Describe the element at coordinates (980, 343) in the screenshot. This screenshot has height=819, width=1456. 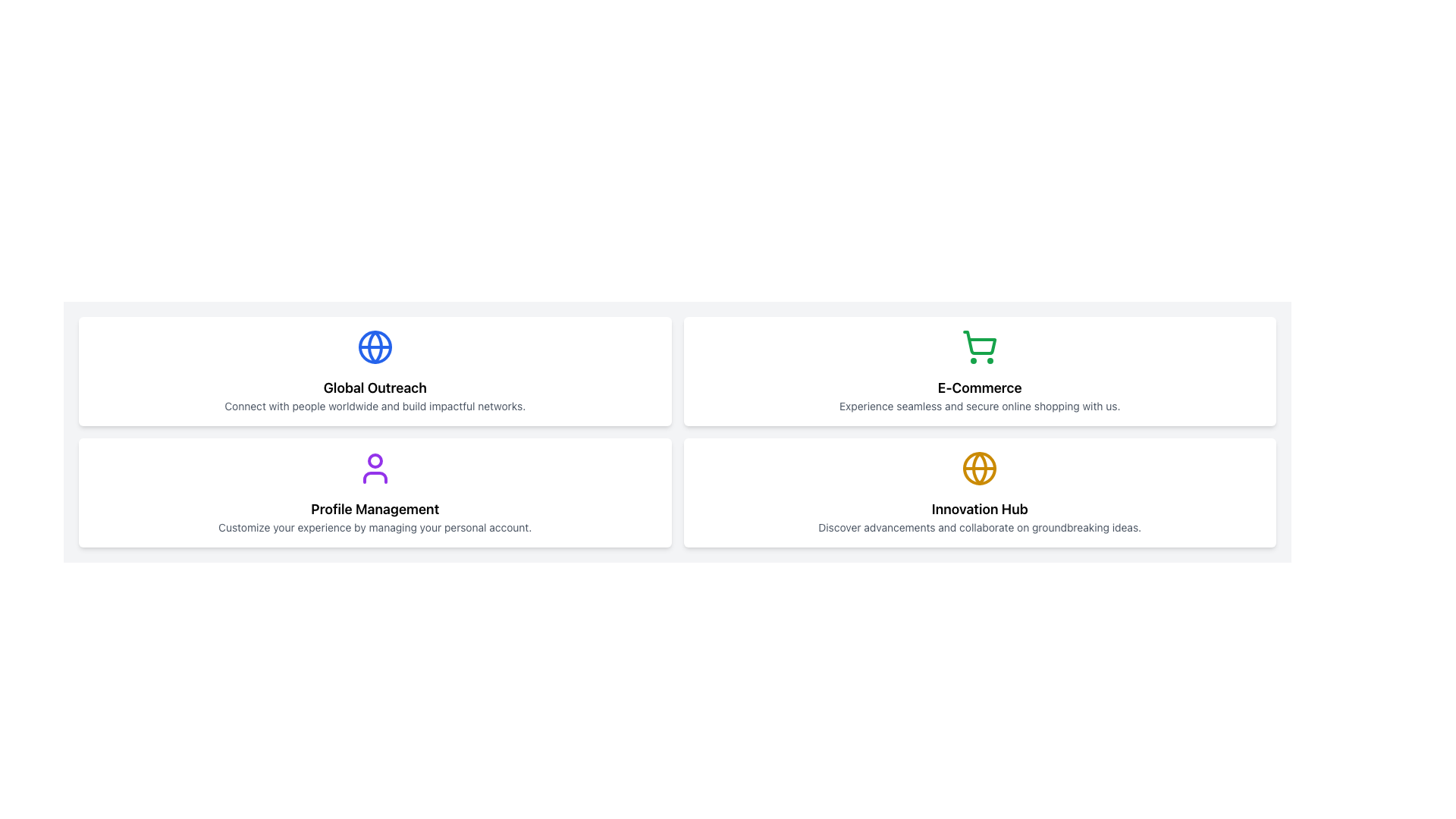
I see `the vector graphic element representing the e-commerce icon in the 'E-Commerce' panel, located centrally above the title` at that location.